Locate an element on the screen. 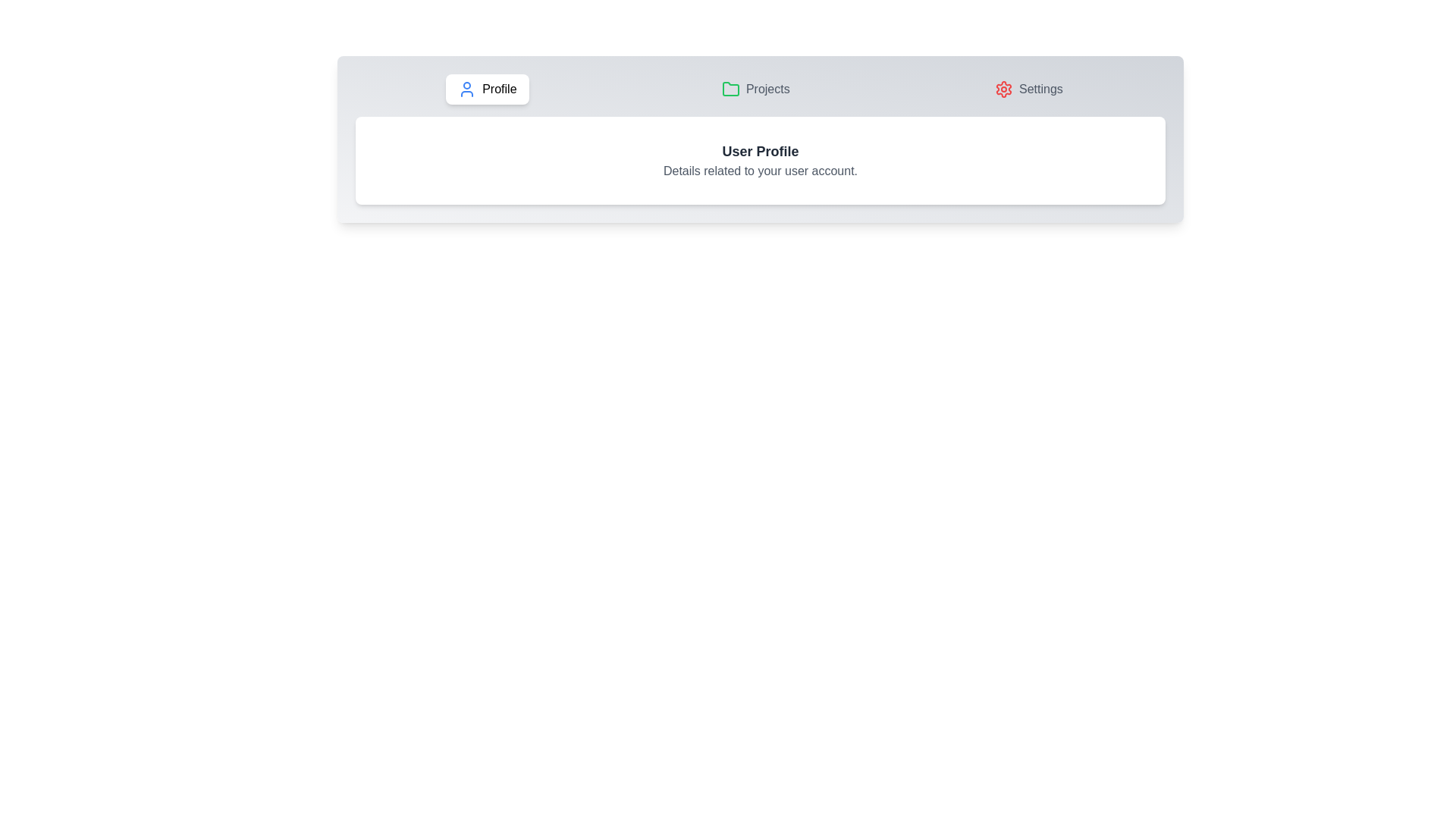 The width and height of the screenshot is (1456, 819). the Profile tab by clicking on the corresponding tab button is located at coordinates (487, 89).